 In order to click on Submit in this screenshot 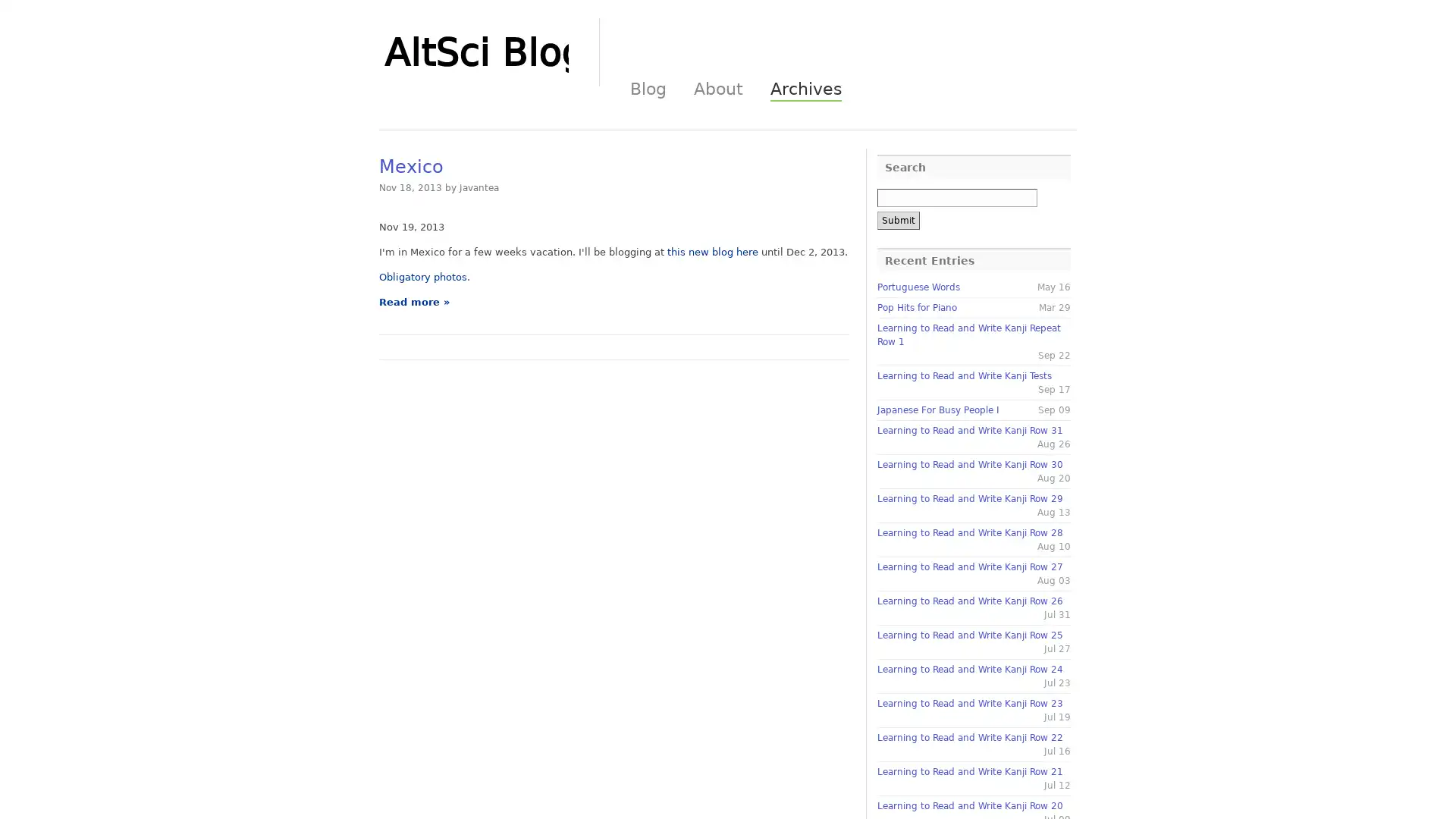, I will do `click(899, 220)`.